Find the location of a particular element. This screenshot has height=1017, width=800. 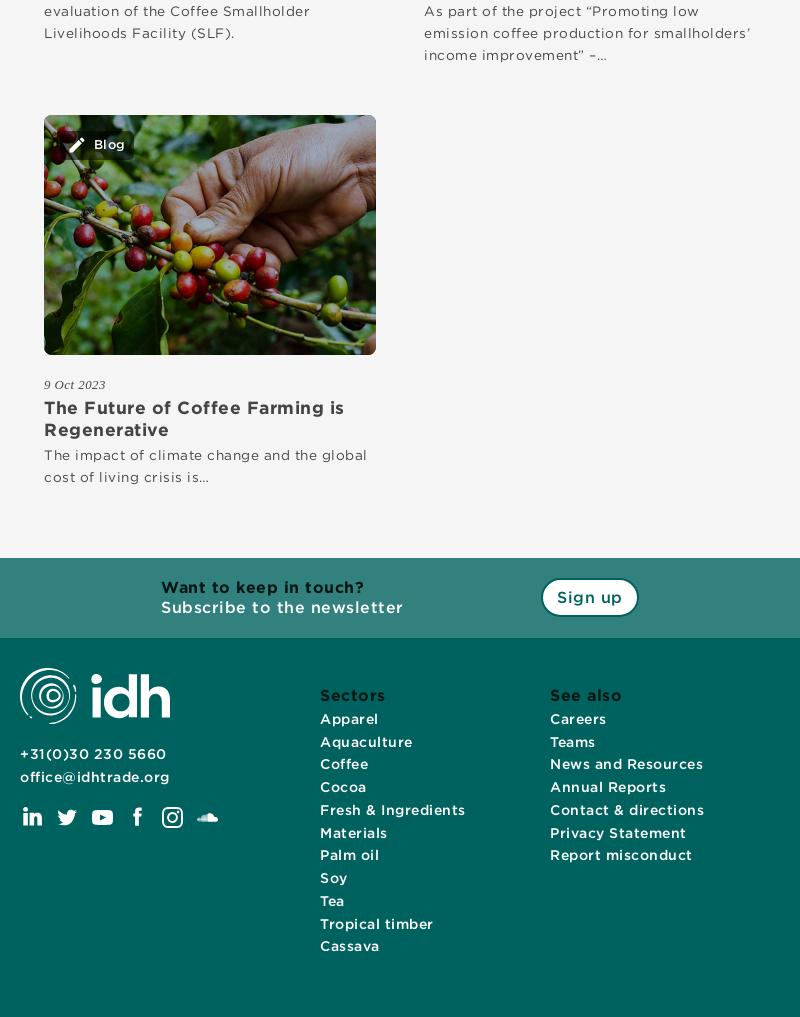

'Annual Reports' is located at coordinates (550, 786).